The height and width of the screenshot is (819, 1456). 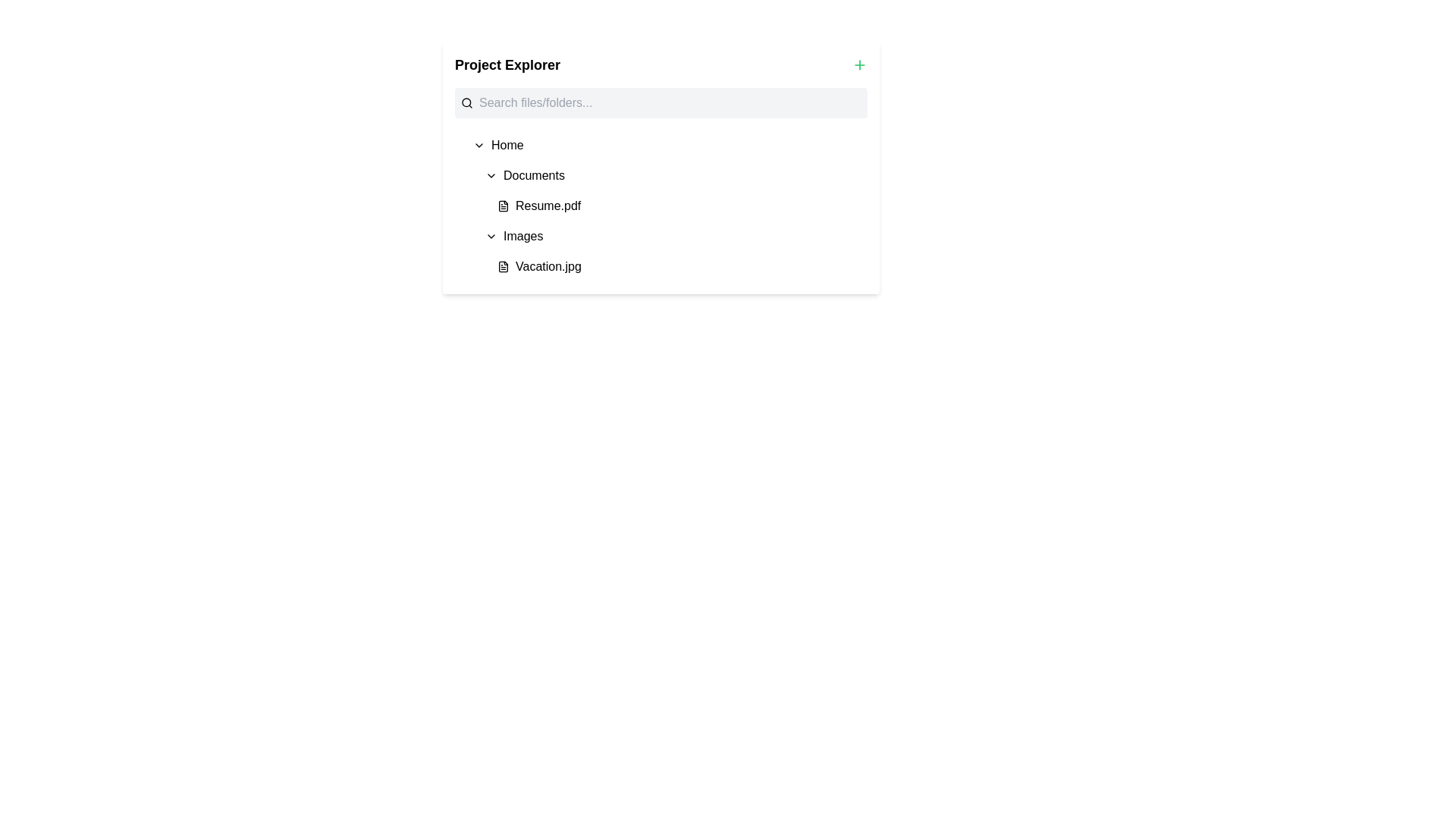 I want to click on the items in the Tree view navigation tool located in the 'Project Explorer' section, so click(x=661, y=206).